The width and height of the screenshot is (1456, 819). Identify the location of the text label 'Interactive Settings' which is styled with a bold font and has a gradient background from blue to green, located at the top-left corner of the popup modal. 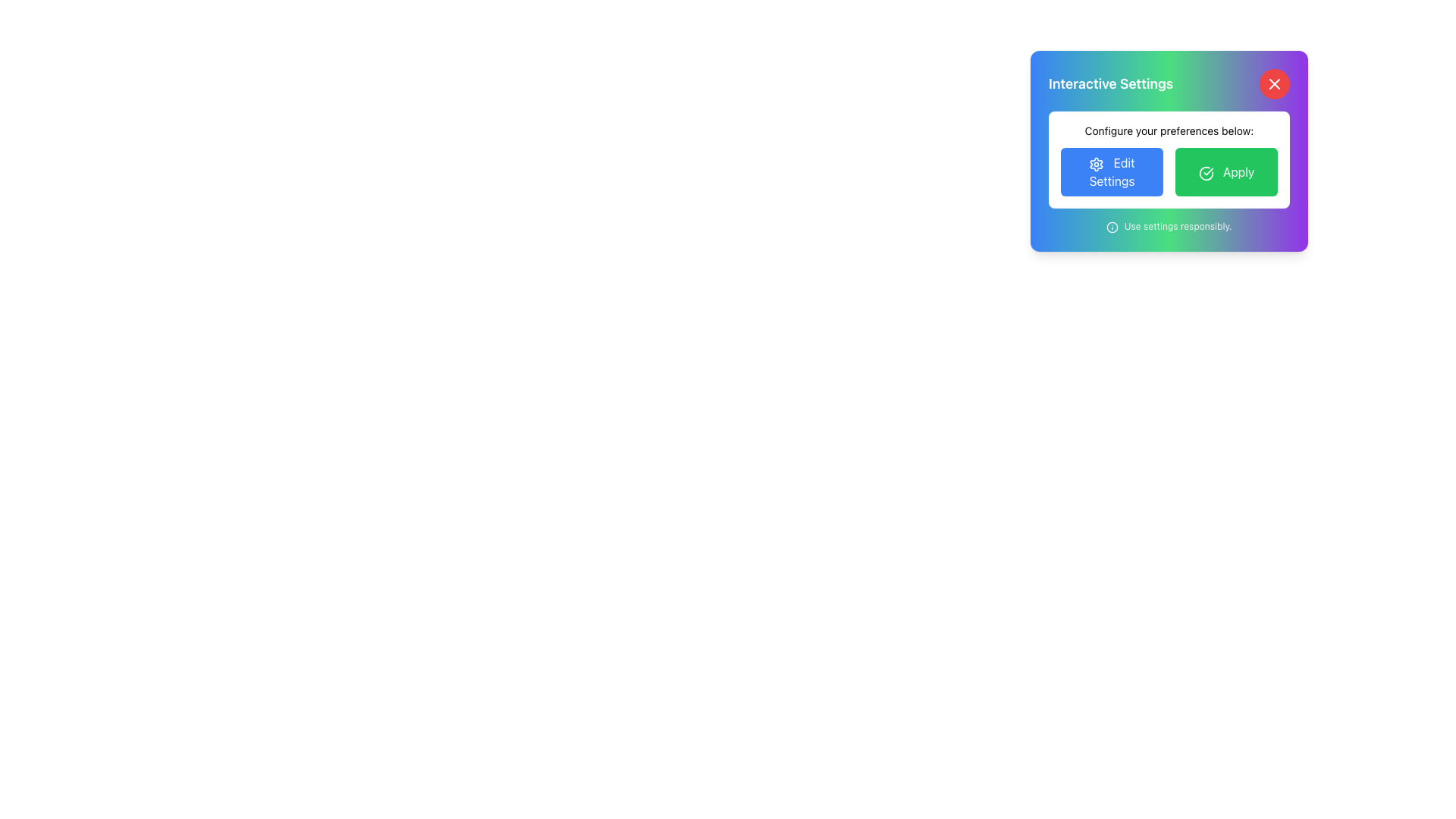
(1111, 84).